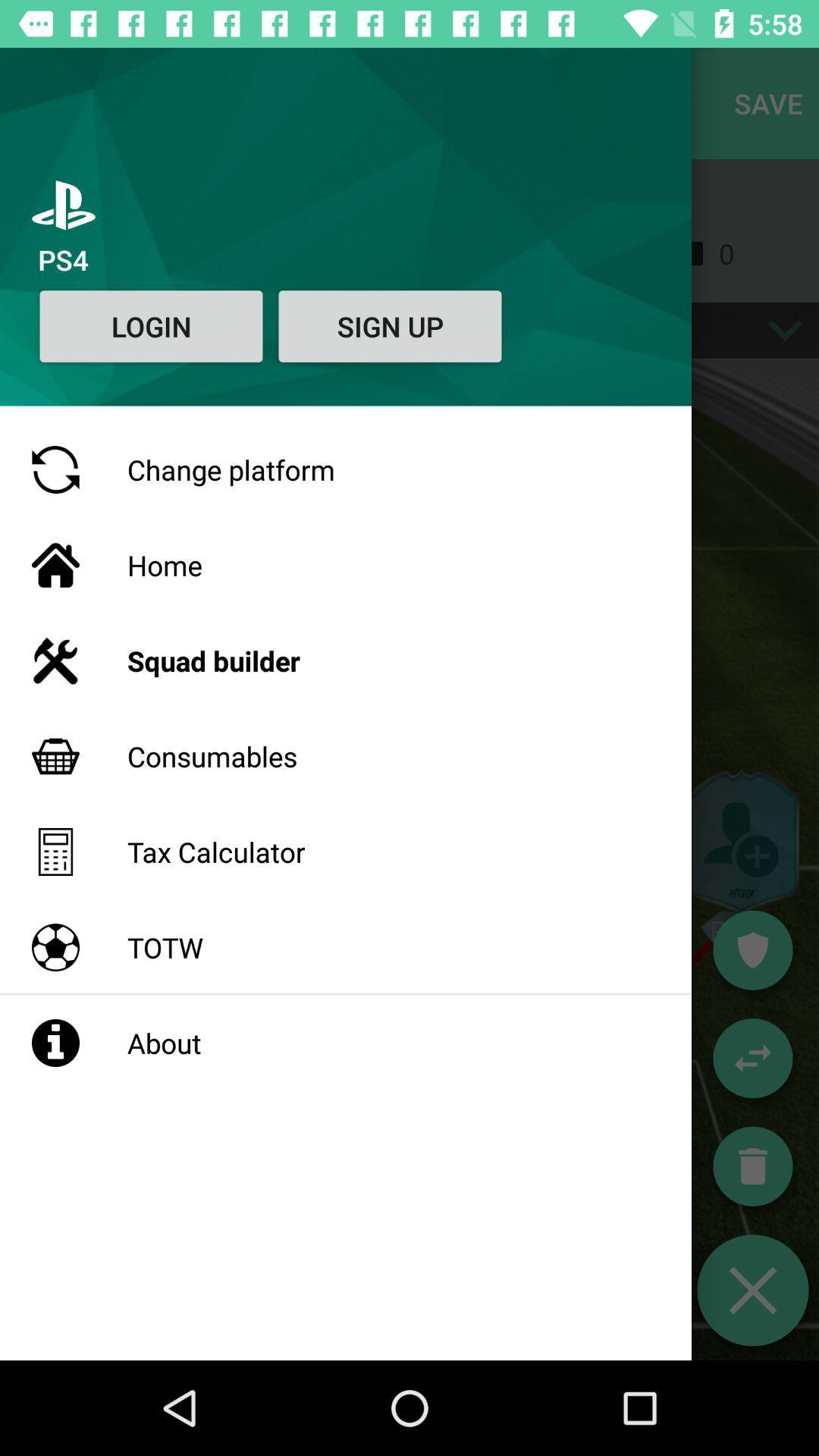 The width and height of the screenshot is (819, 1456). I want to click on the expand_more icon, so click(785, 329).